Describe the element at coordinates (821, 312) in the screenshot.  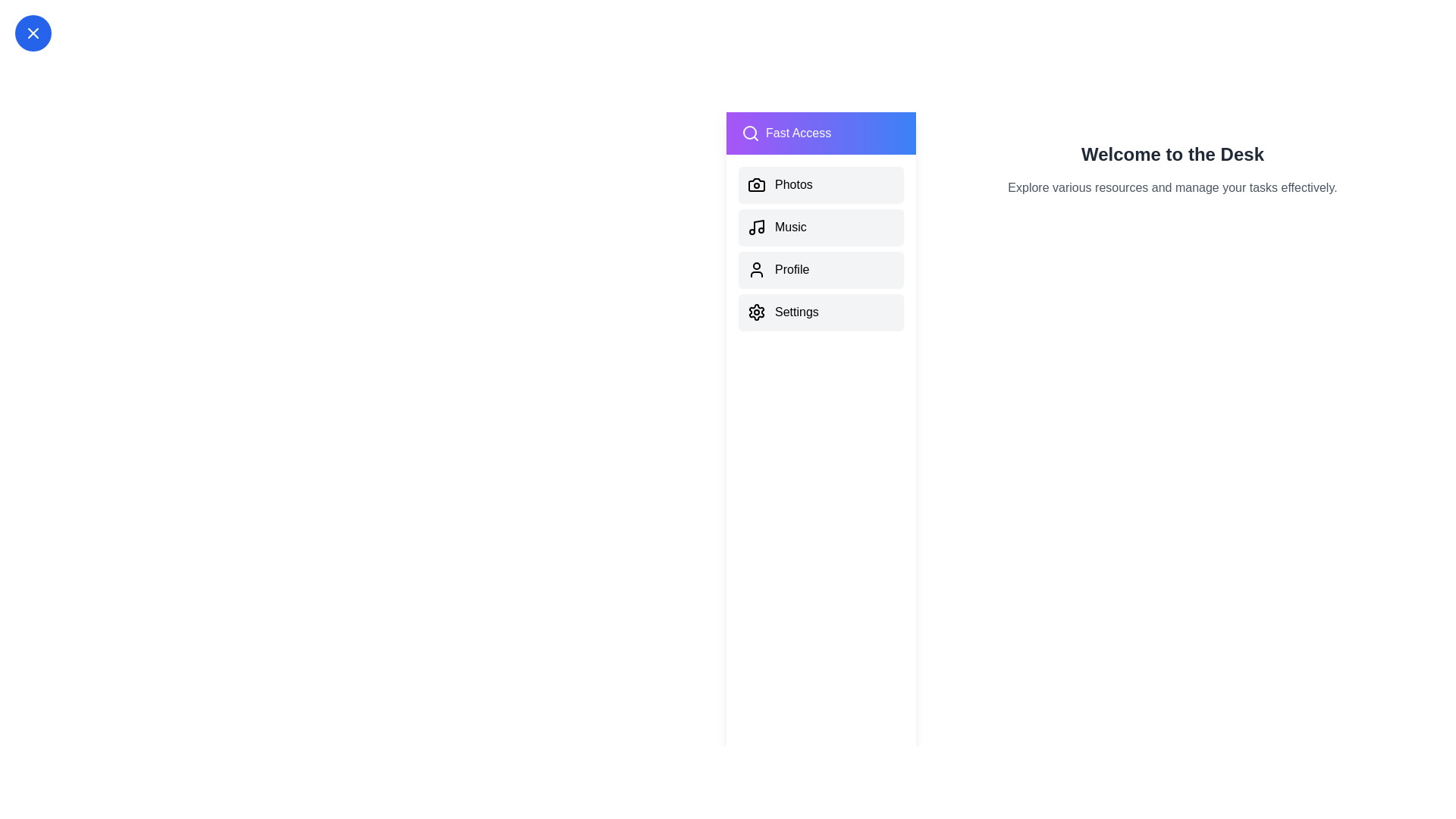
I see `the drawer item labeled Settings` at that location.